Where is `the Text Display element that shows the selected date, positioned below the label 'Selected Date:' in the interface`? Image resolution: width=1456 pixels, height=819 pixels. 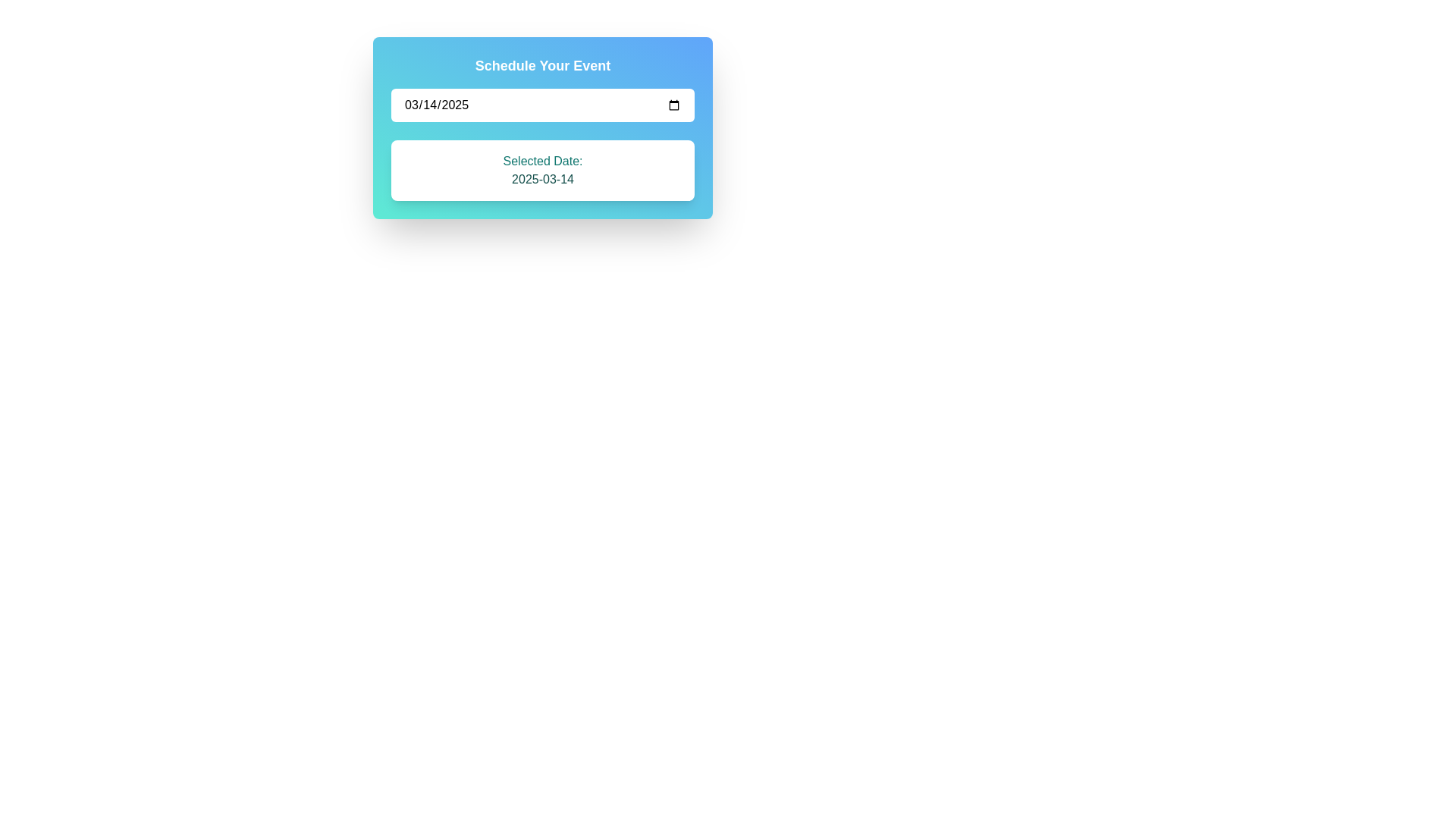 the Text Display element that shows the selected date, positioned below the label 'Selected Date:' in the interface is located at coordinates (542, 178).